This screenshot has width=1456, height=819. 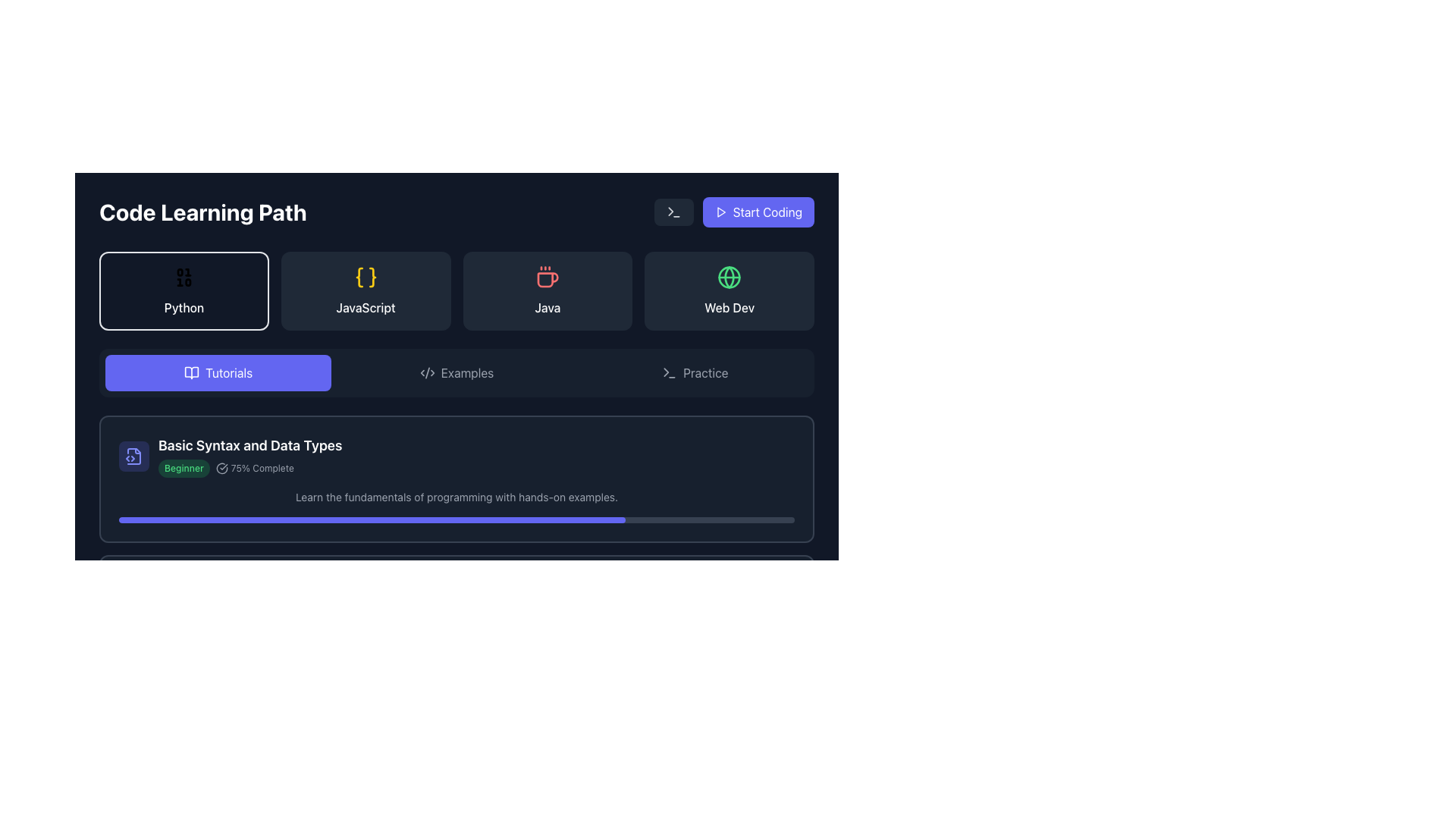 I want to click on the progress indicator displaying '75% Complete' with a checkmark icon to its left, which is styled in gray and located to the right of the 'Beginner' tag, so click(x=255, y=467).